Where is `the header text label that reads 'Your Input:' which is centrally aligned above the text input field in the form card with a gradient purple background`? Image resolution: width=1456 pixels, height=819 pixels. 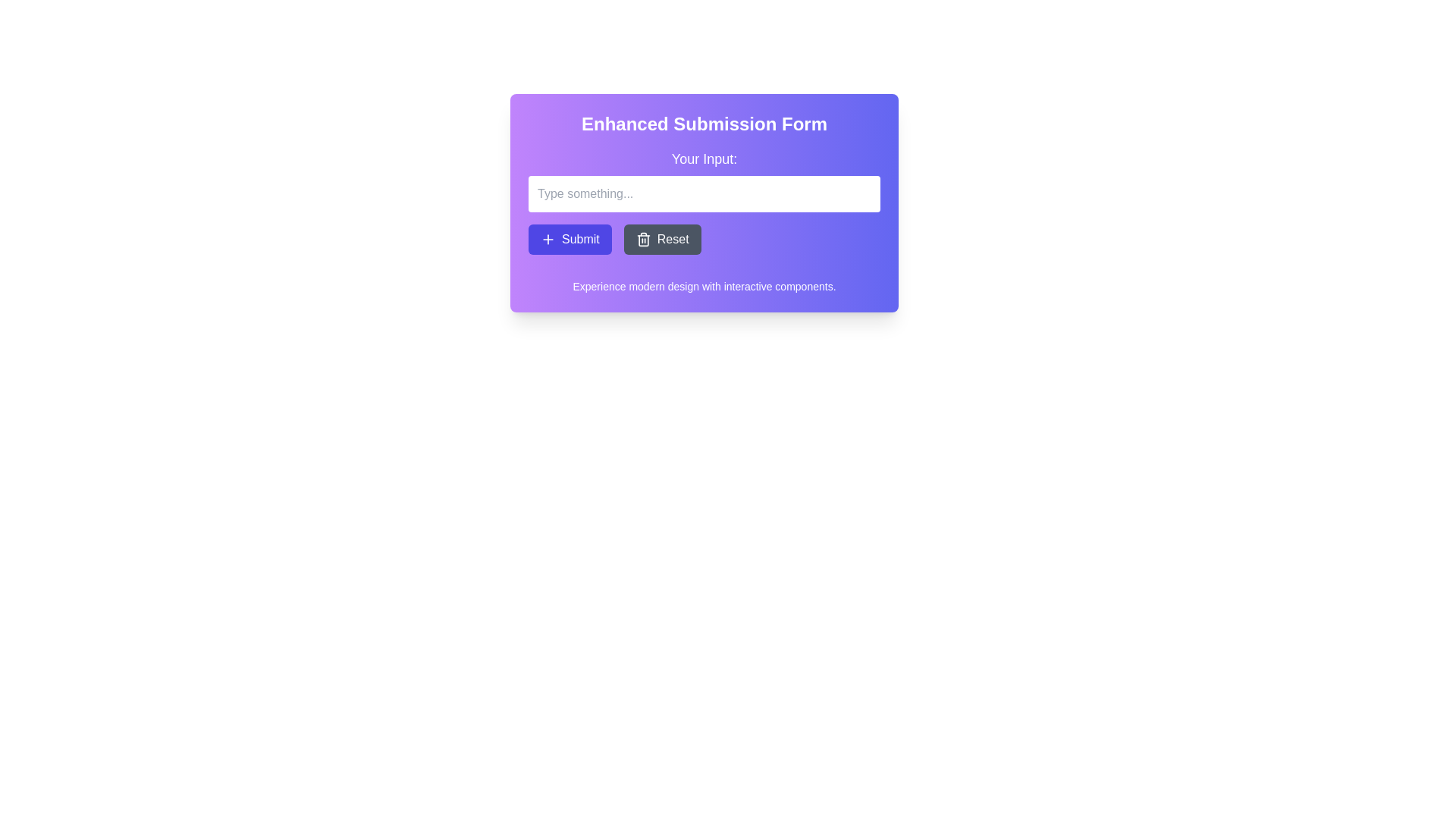
the header text label that reads 'Your Input:' which is centrally aligned above the text input field in the form card with a gradient purple background is located at coordinates (704, 158).